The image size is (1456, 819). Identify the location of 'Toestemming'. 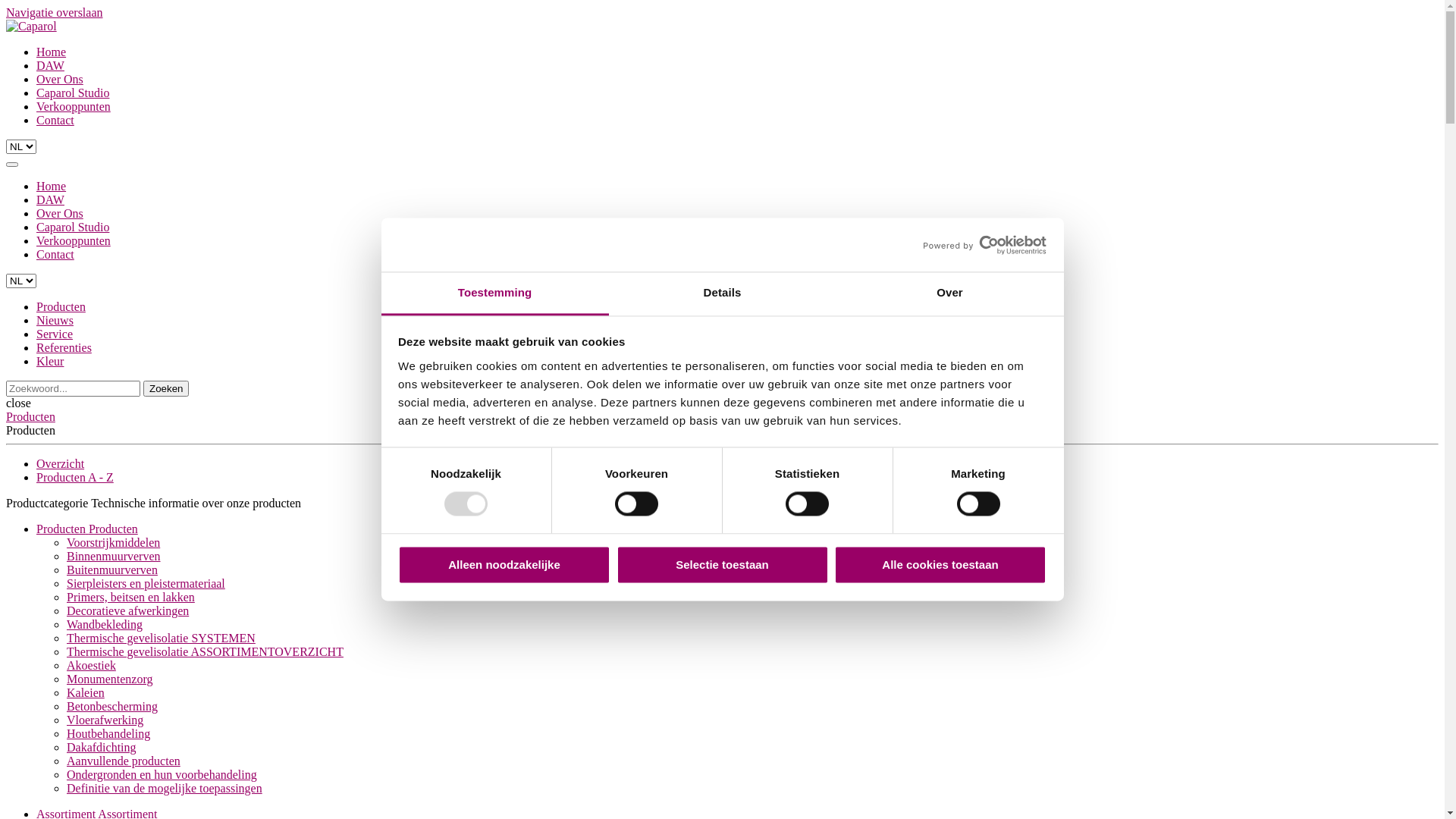
(494, 293).